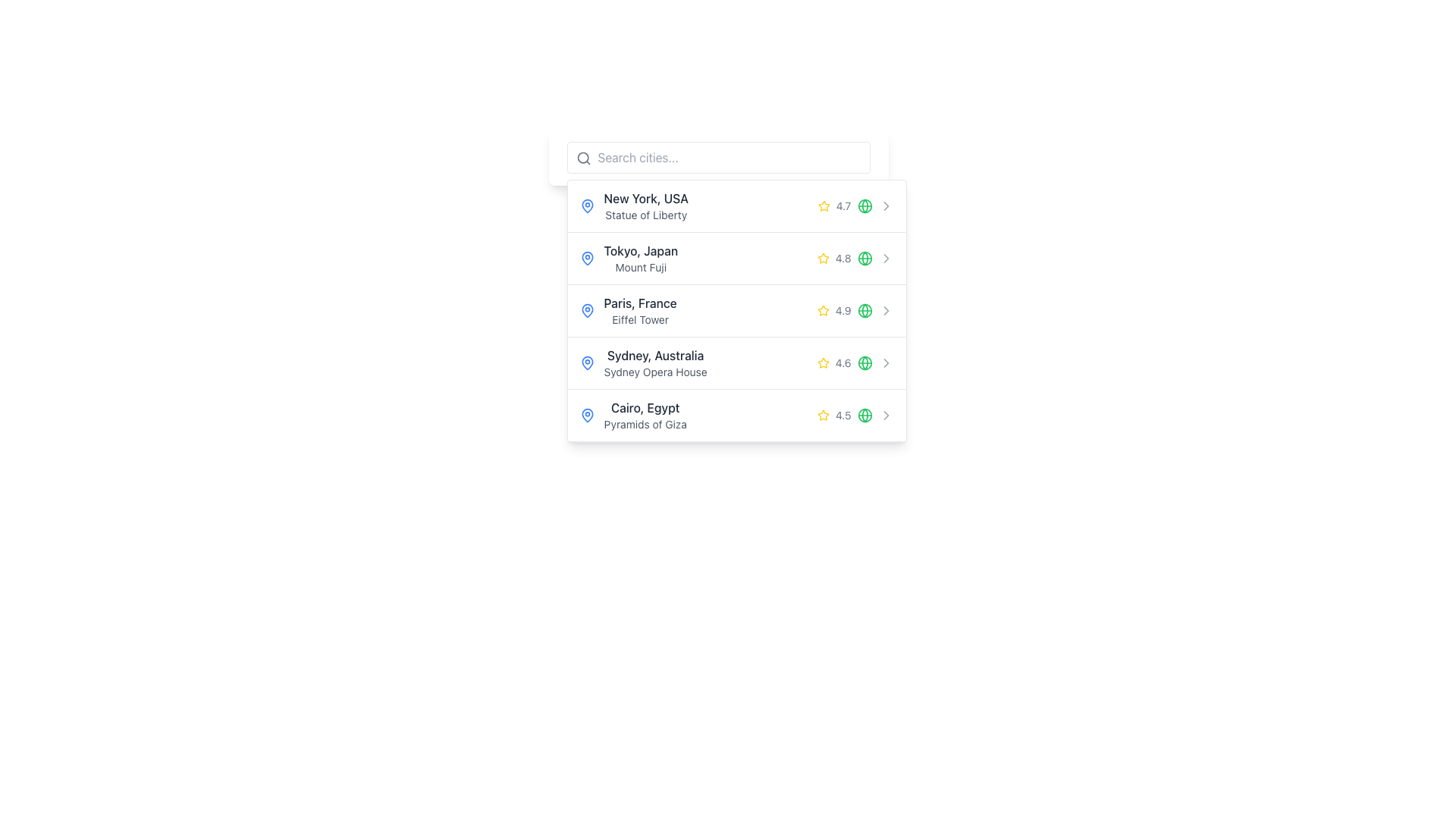 This screenshot has width=1456, height=819. Describe the element at coordinates (822, 309) in the screenshot. I see `the yellow star-shaped icon indicating a rating of '4.9' next to 'Paris, France'` at that location.